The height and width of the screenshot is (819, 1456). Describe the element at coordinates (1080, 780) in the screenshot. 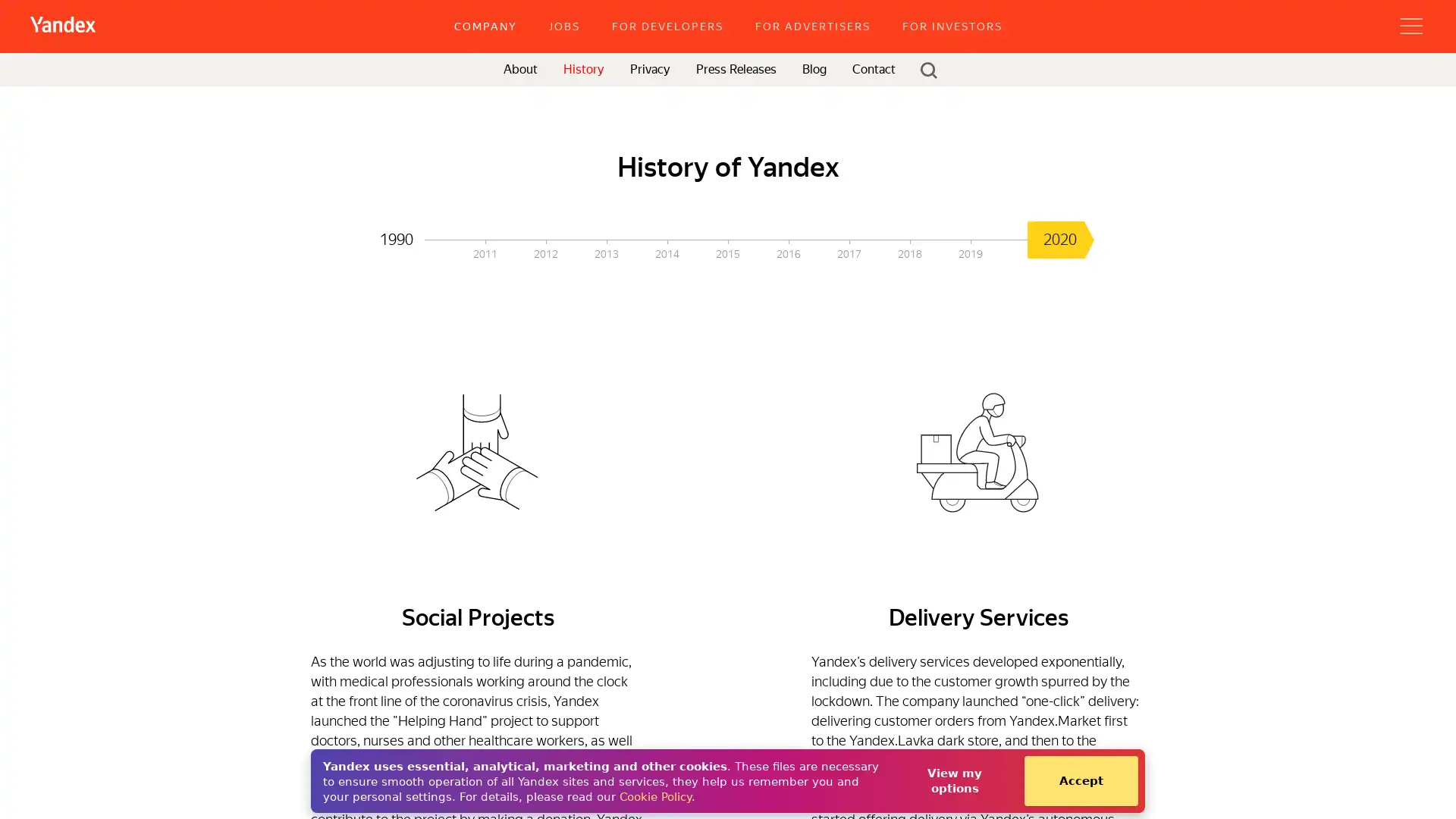

I see `Accept` at that location.